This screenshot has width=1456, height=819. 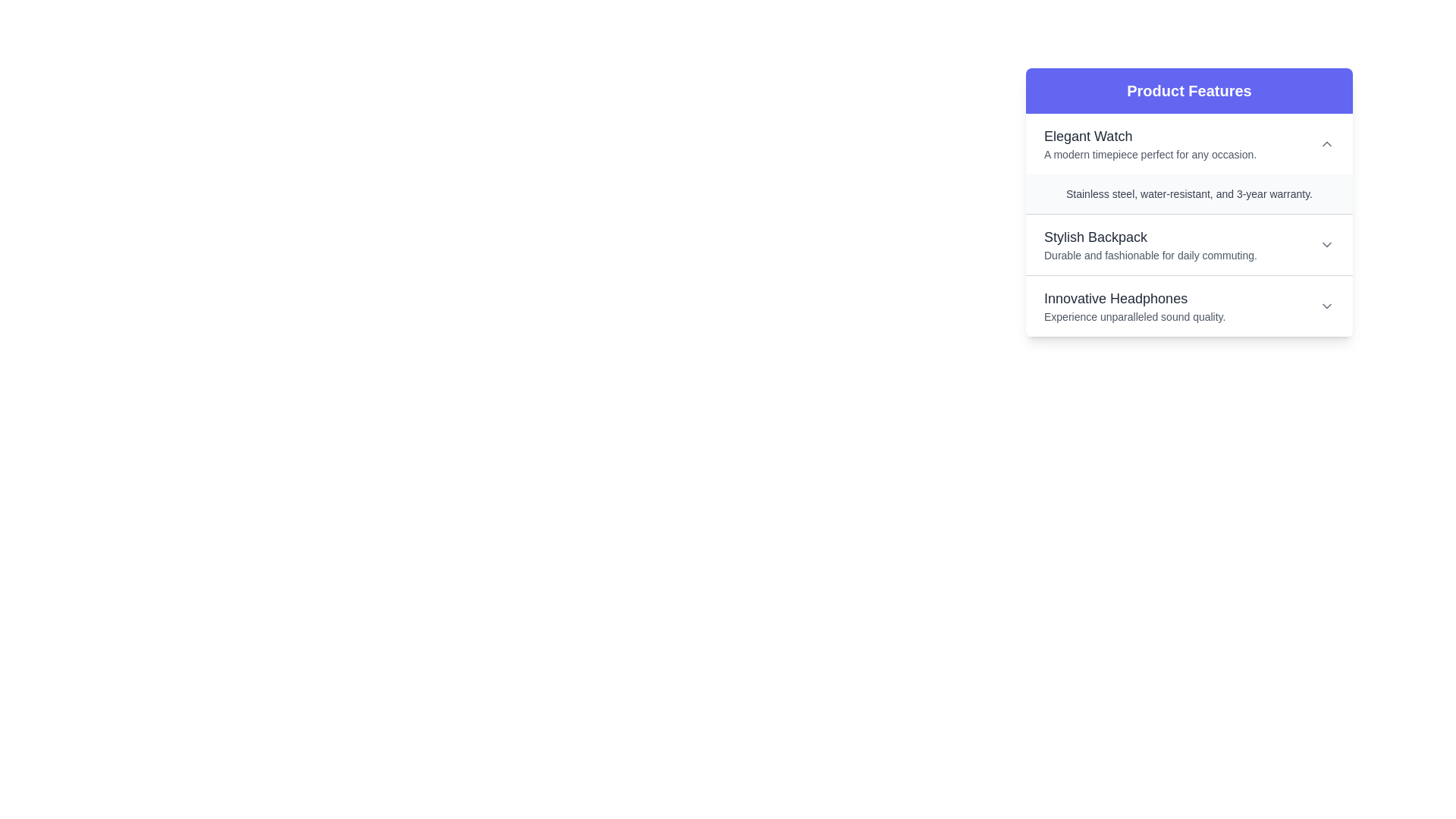 What do you see at coordinates (1188, 164) in the screenshot?
I see `the first collapsible section in the 'Product Features' section` at bounding box center [1188, 164].